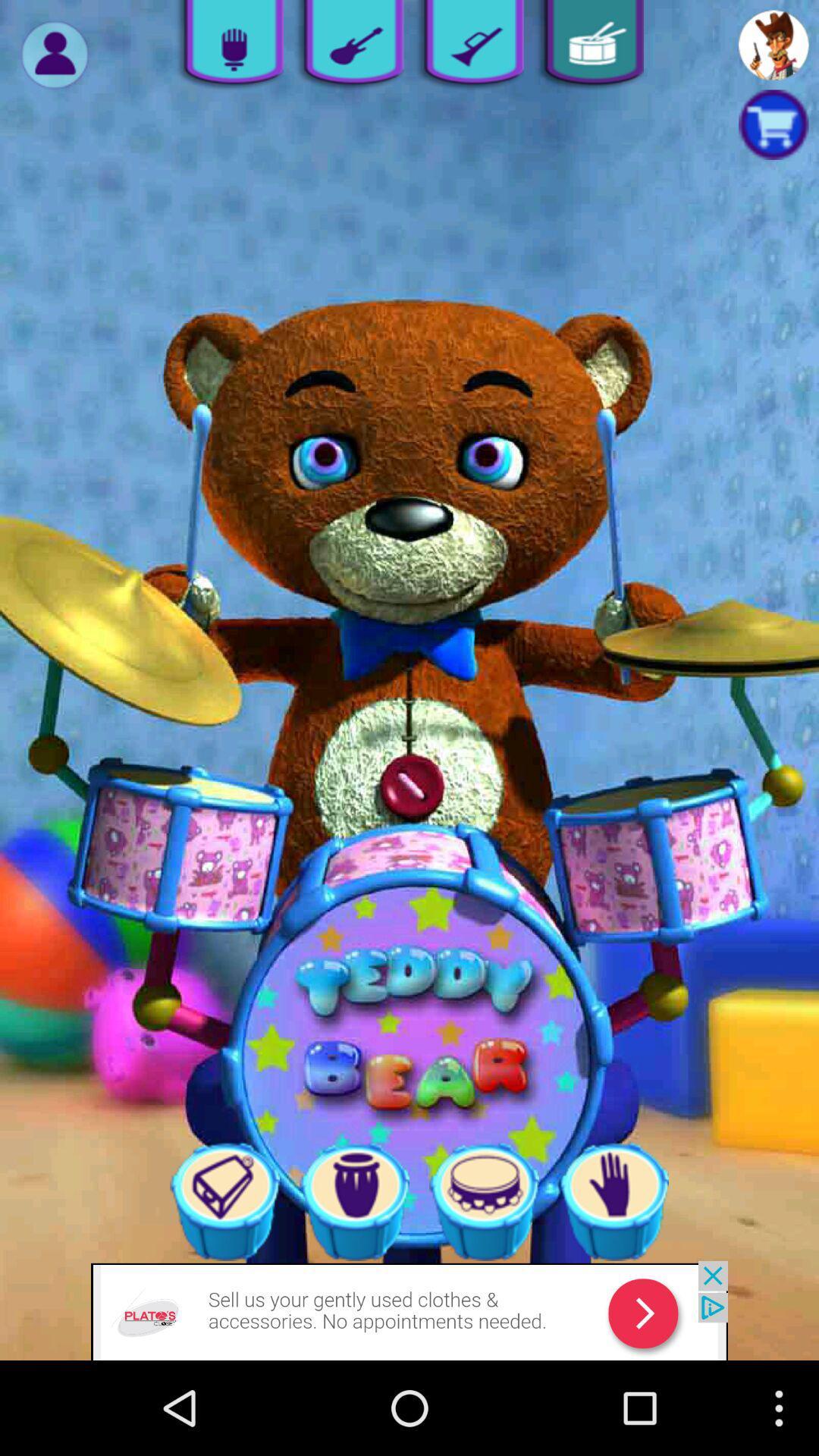  Describe the element at coordinates (484, 1285) in the screenshot. I see `the email icon` at that location.